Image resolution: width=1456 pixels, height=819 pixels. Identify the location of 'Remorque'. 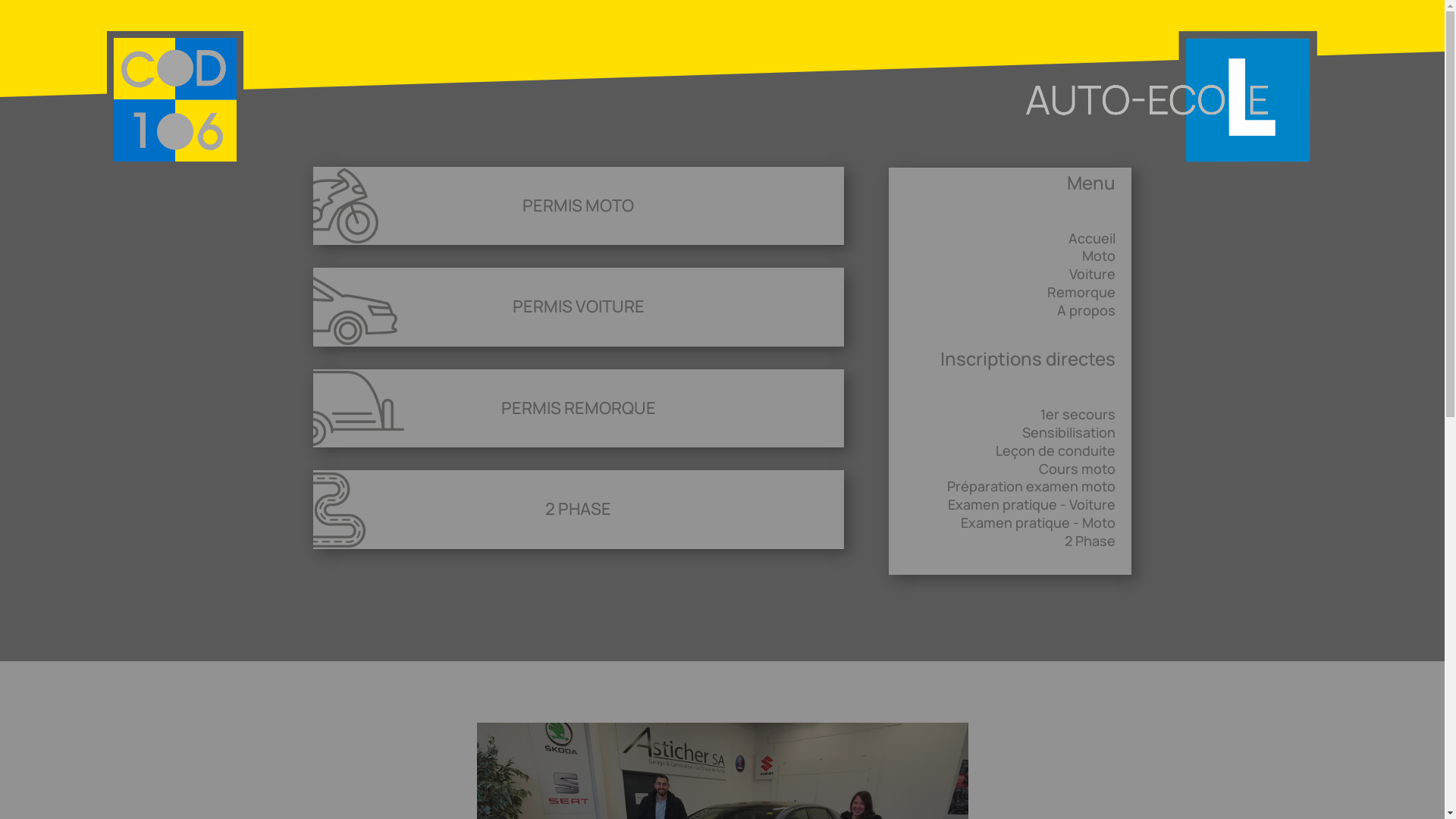
(1046, 292).